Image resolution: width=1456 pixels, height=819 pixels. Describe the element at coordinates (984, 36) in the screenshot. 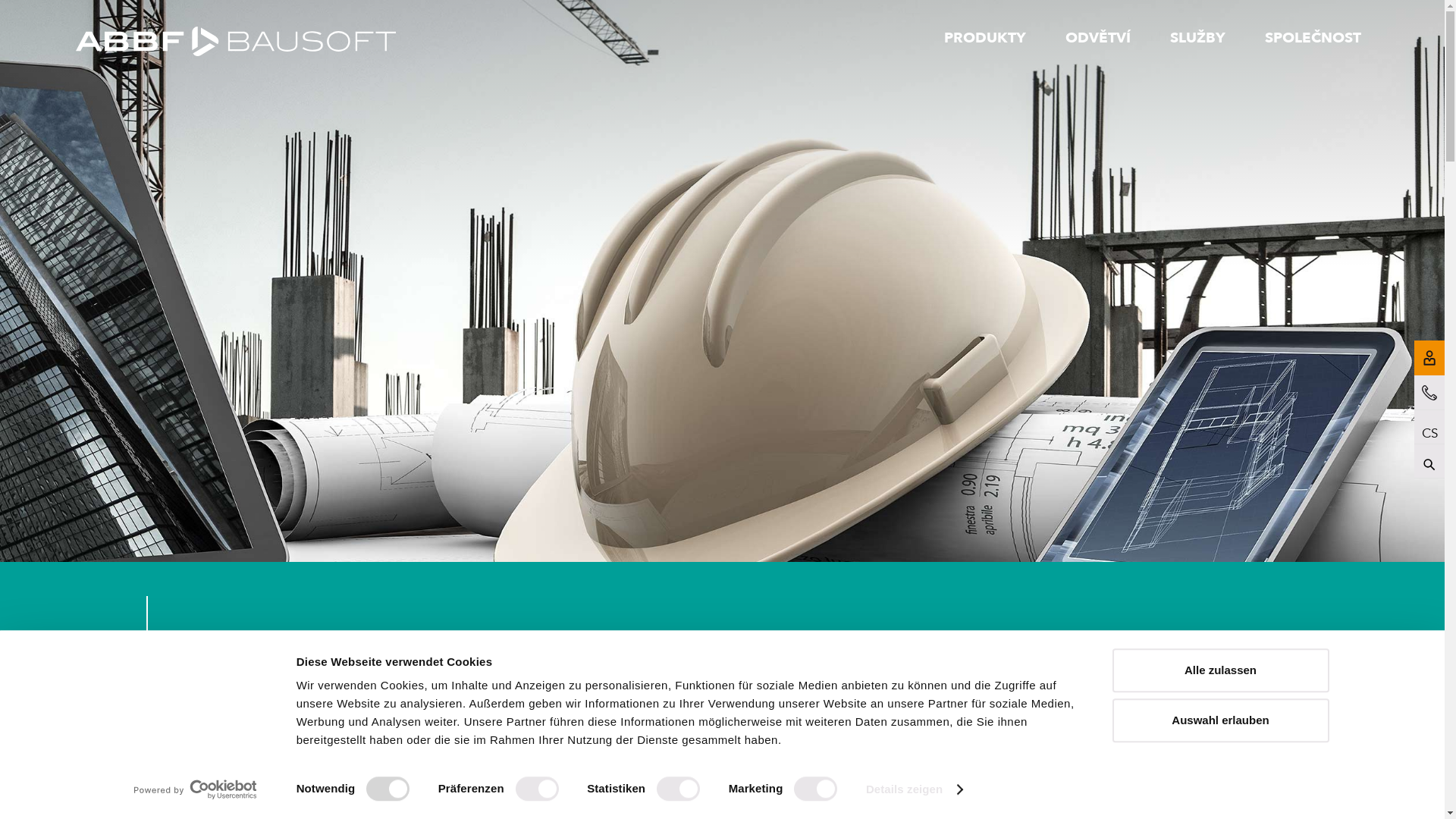

I see `'PRODUKTY'` at that location.